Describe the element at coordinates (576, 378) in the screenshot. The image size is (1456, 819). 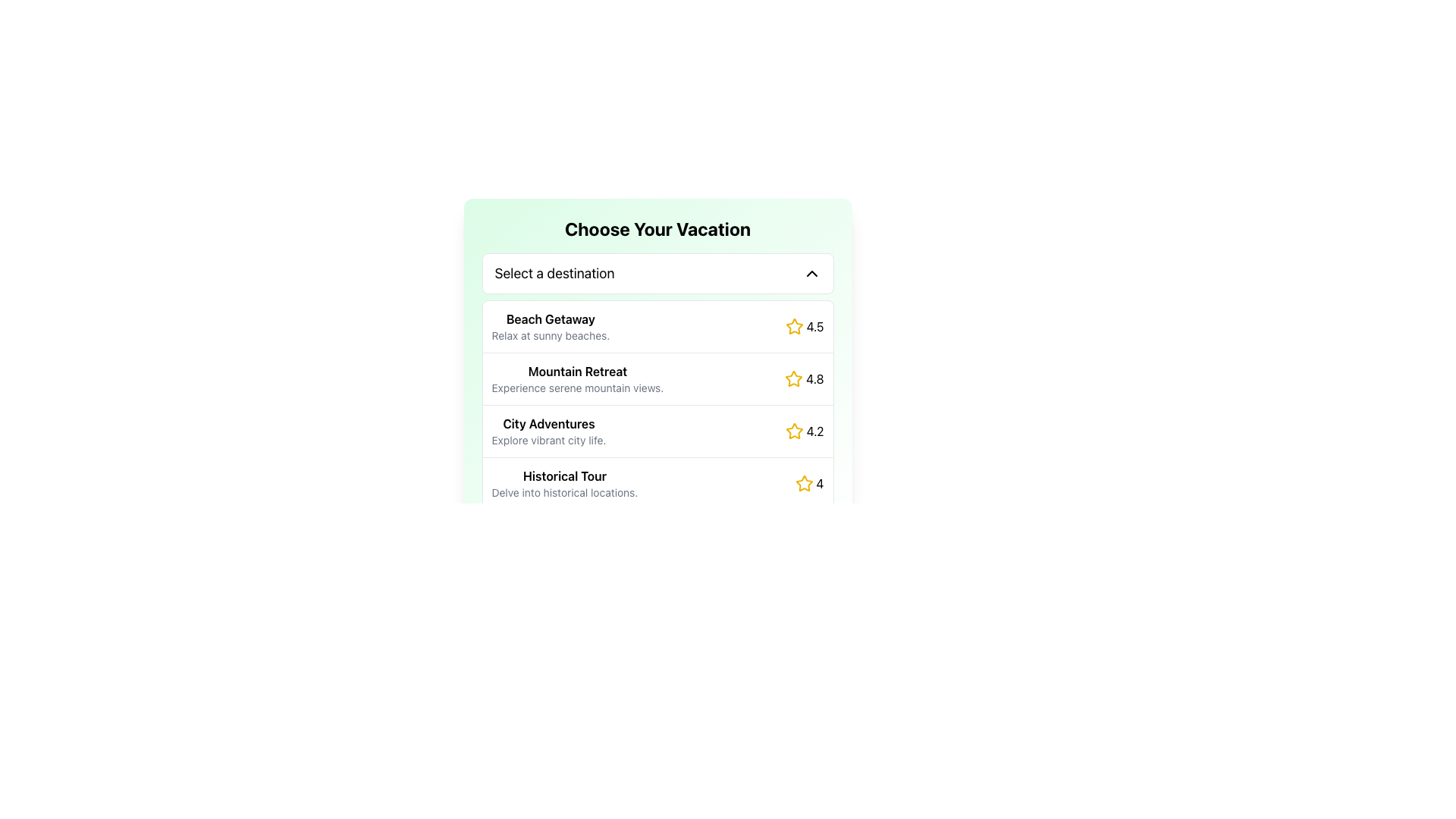
I see `to select the second entry in the 'Choose Your Vacation' list, which describes a travel destination between 'Beach Getaway' and 'City Adventures'` at that location.